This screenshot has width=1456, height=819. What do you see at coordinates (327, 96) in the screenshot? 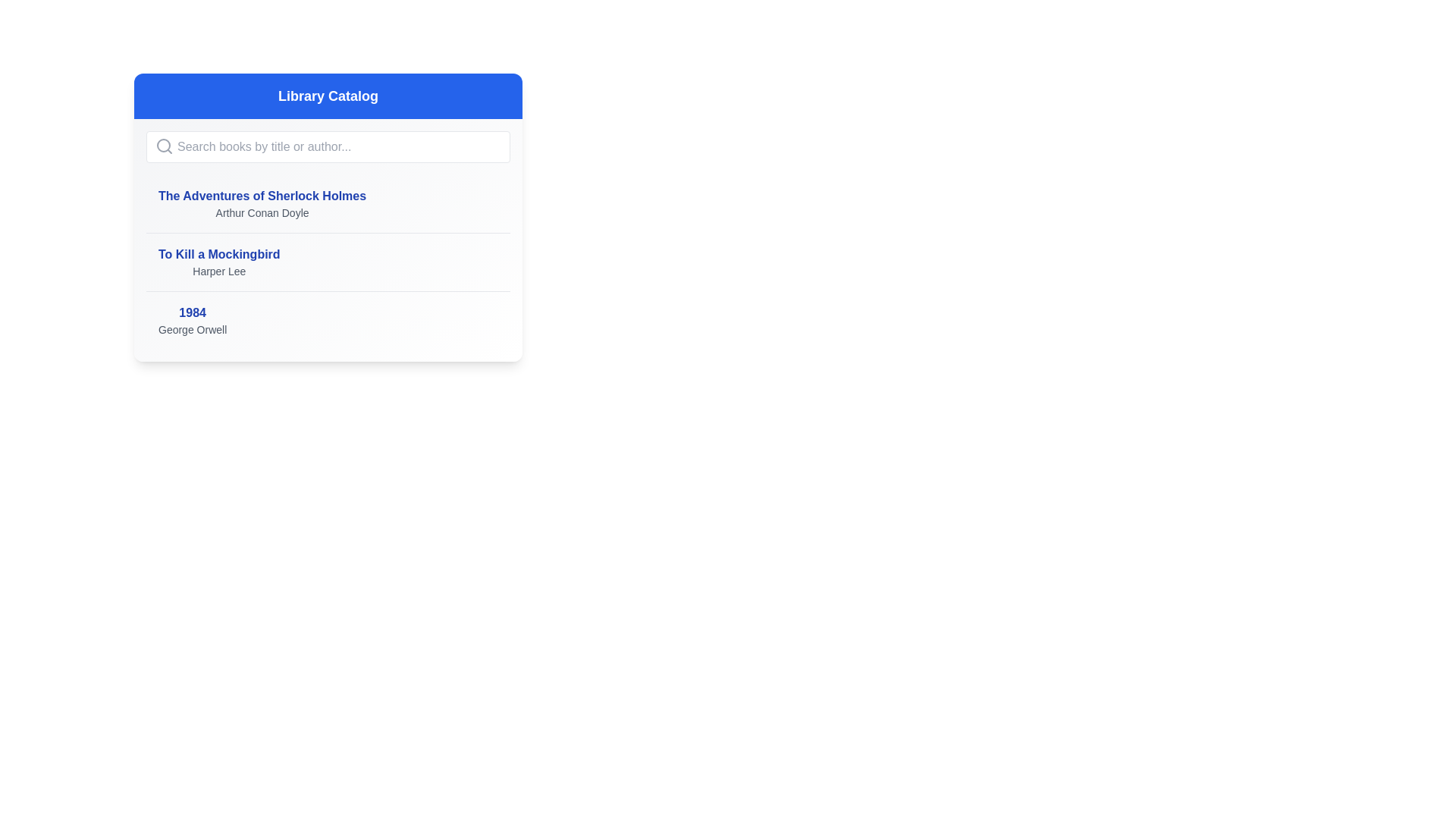
I see `the Text label that serves as the title for the interface section, centrally located at the top of the header area with a blue background and rounded corners` at bounding box center [327, 96].